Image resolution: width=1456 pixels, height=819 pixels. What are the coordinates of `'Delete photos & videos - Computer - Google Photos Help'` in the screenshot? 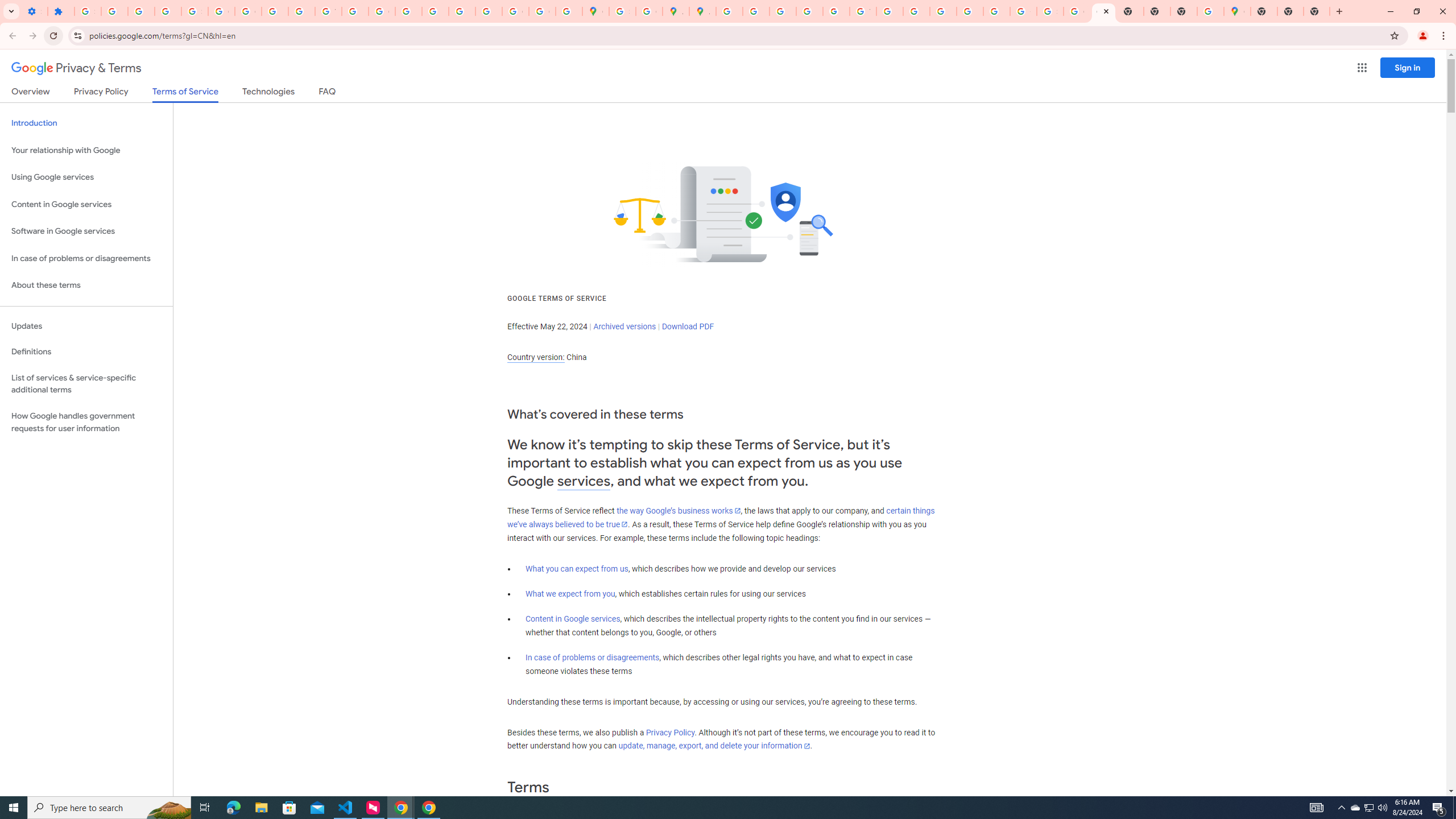 It's located at (113, 11).